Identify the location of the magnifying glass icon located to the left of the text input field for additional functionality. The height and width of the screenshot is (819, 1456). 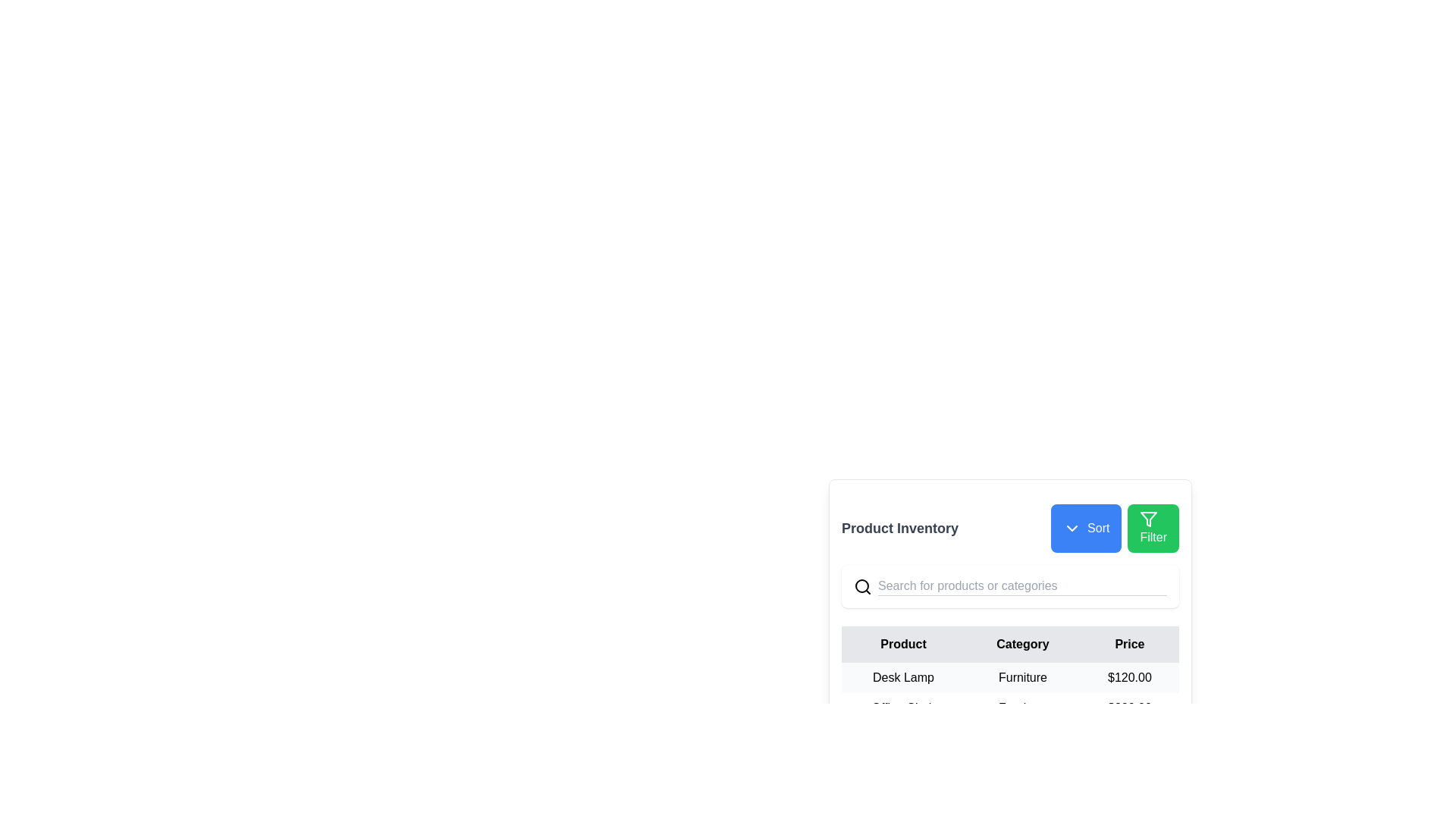
(1010, 585).